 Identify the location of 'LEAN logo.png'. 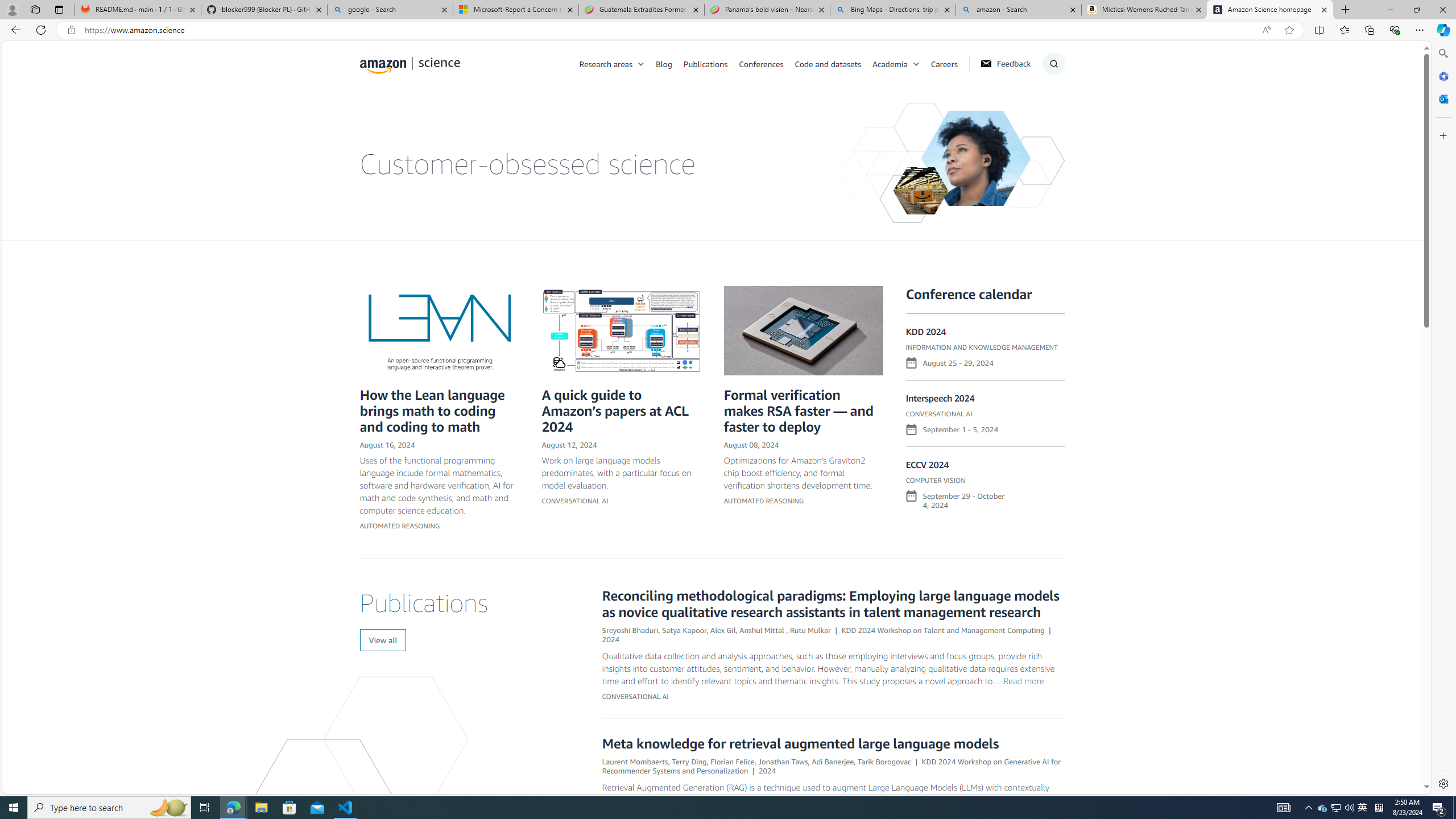
(440, 330).